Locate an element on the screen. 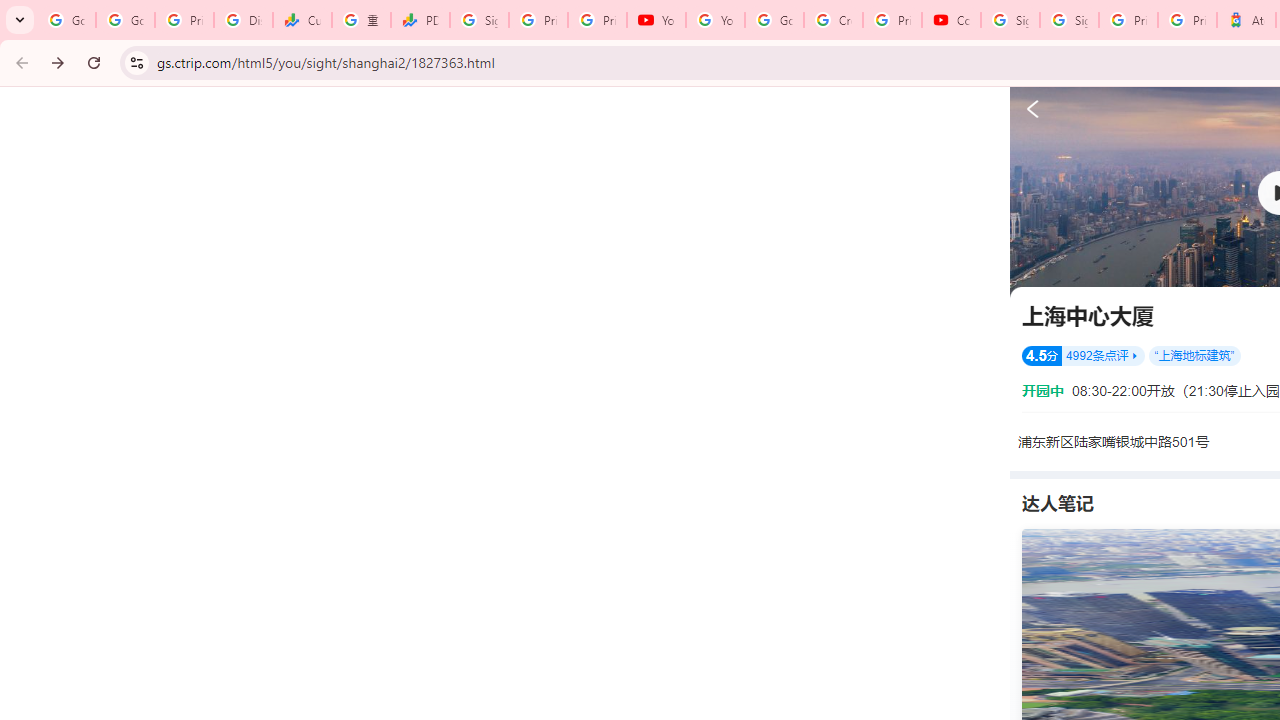 This screenshot has height=720, width=1280. 'Sign in - Google Accounts' is located at coordinates (1010, 20).